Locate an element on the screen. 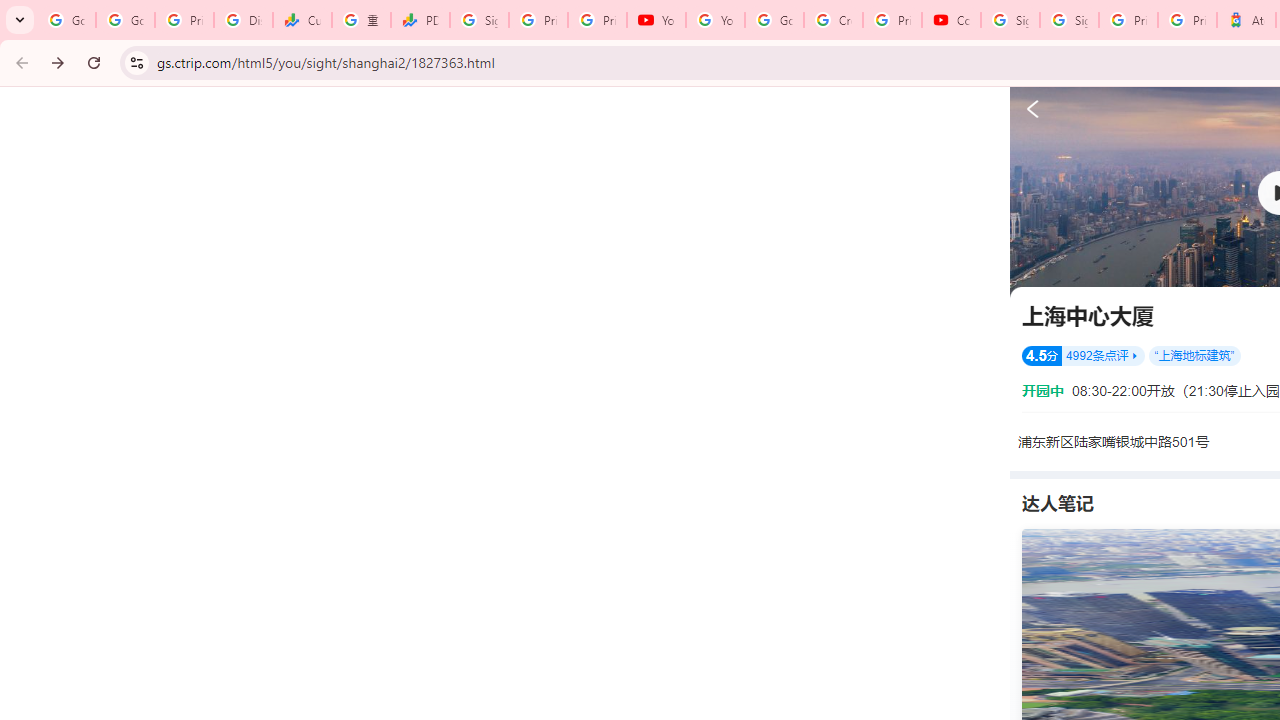 This screenshot has height=720, width=1280. 'Sign in - Google Accounts' is located at coordinates (1010, 20).